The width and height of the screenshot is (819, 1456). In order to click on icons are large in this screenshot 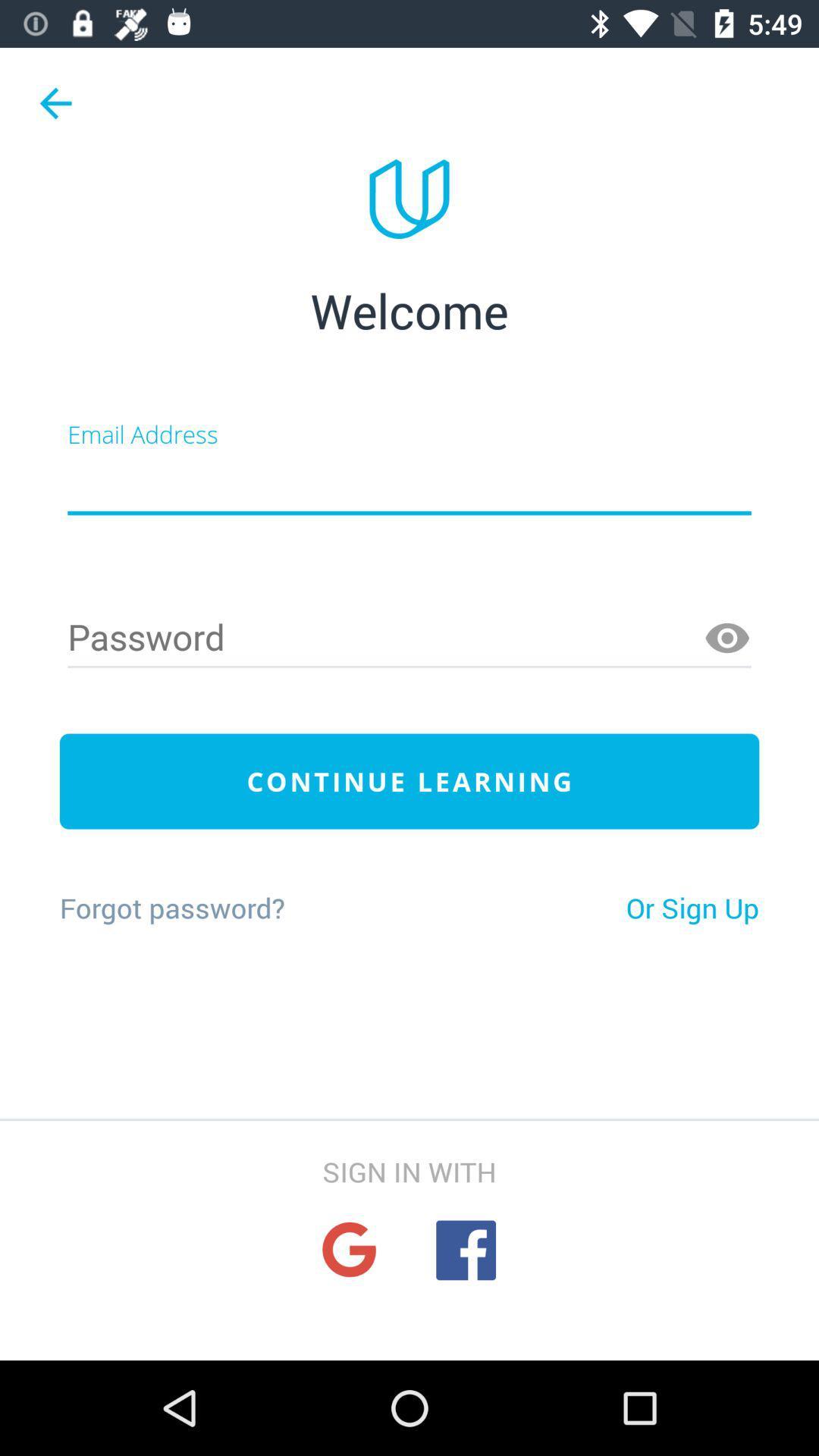, I will do `click(349, 1250)`.